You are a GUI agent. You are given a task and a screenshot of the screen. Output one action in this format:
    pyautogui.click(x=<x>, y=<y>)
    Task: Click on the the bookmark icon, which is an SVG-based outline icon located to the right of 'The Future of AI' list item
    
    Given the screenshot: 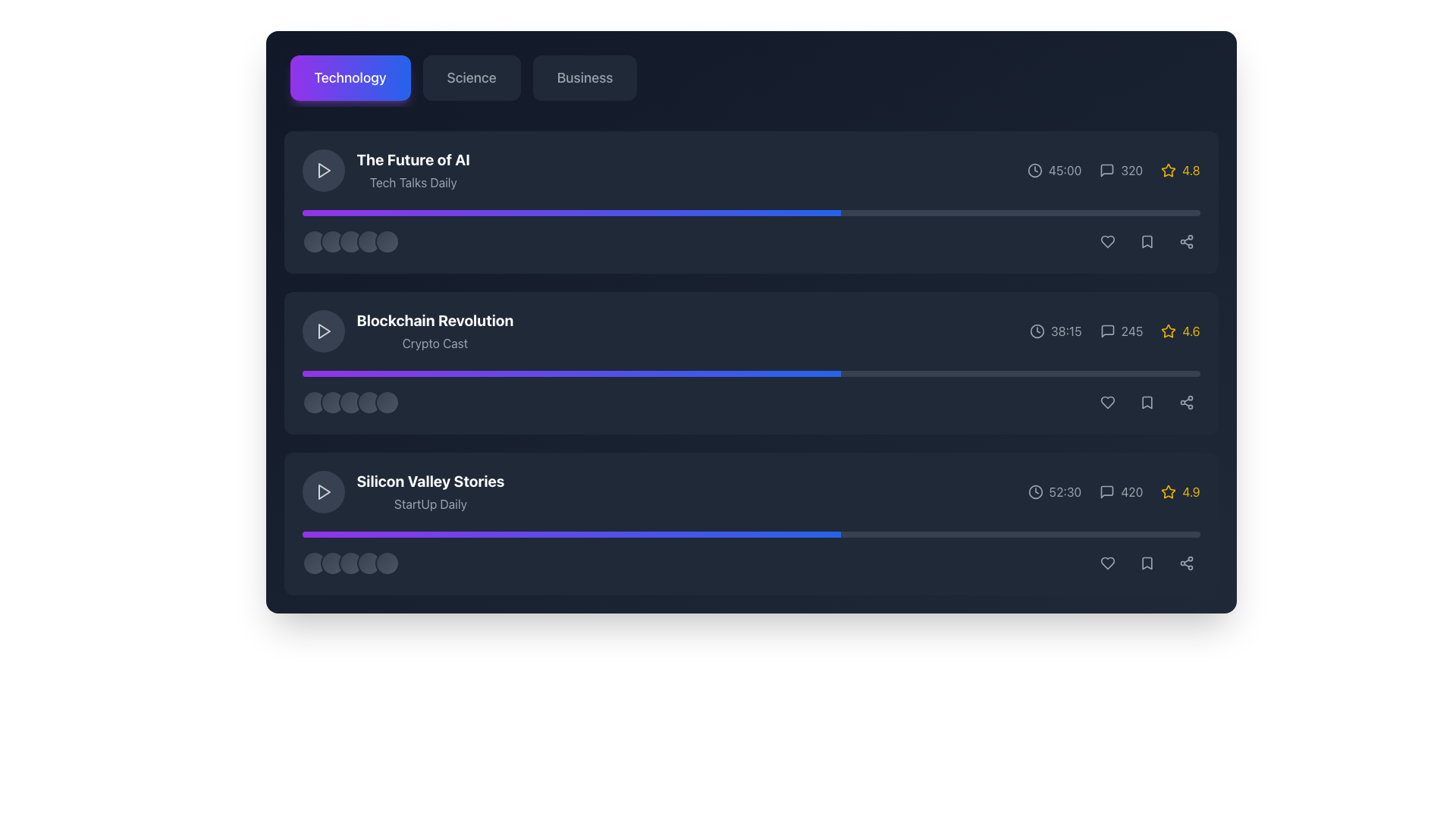 What is the action you would take?
    pyautogui.click(x=1147, y=241)
    